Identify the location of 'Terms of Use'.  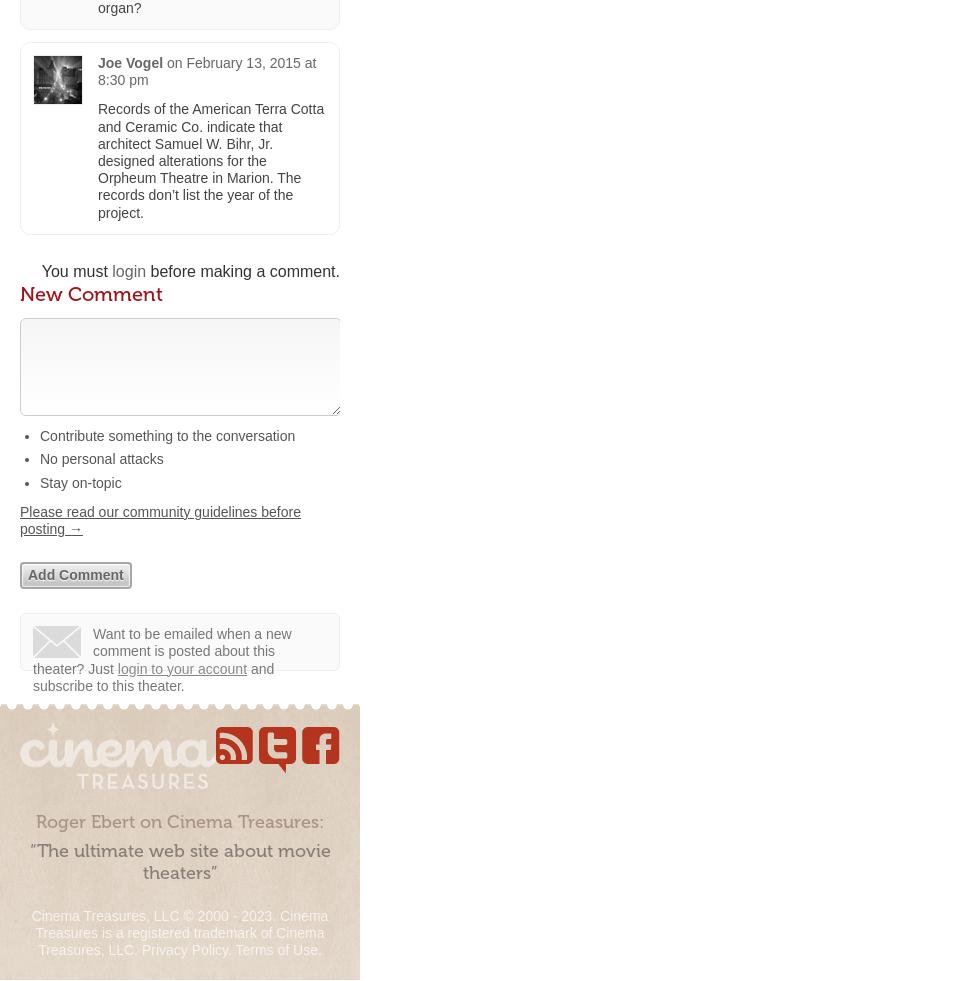
(276, 950).